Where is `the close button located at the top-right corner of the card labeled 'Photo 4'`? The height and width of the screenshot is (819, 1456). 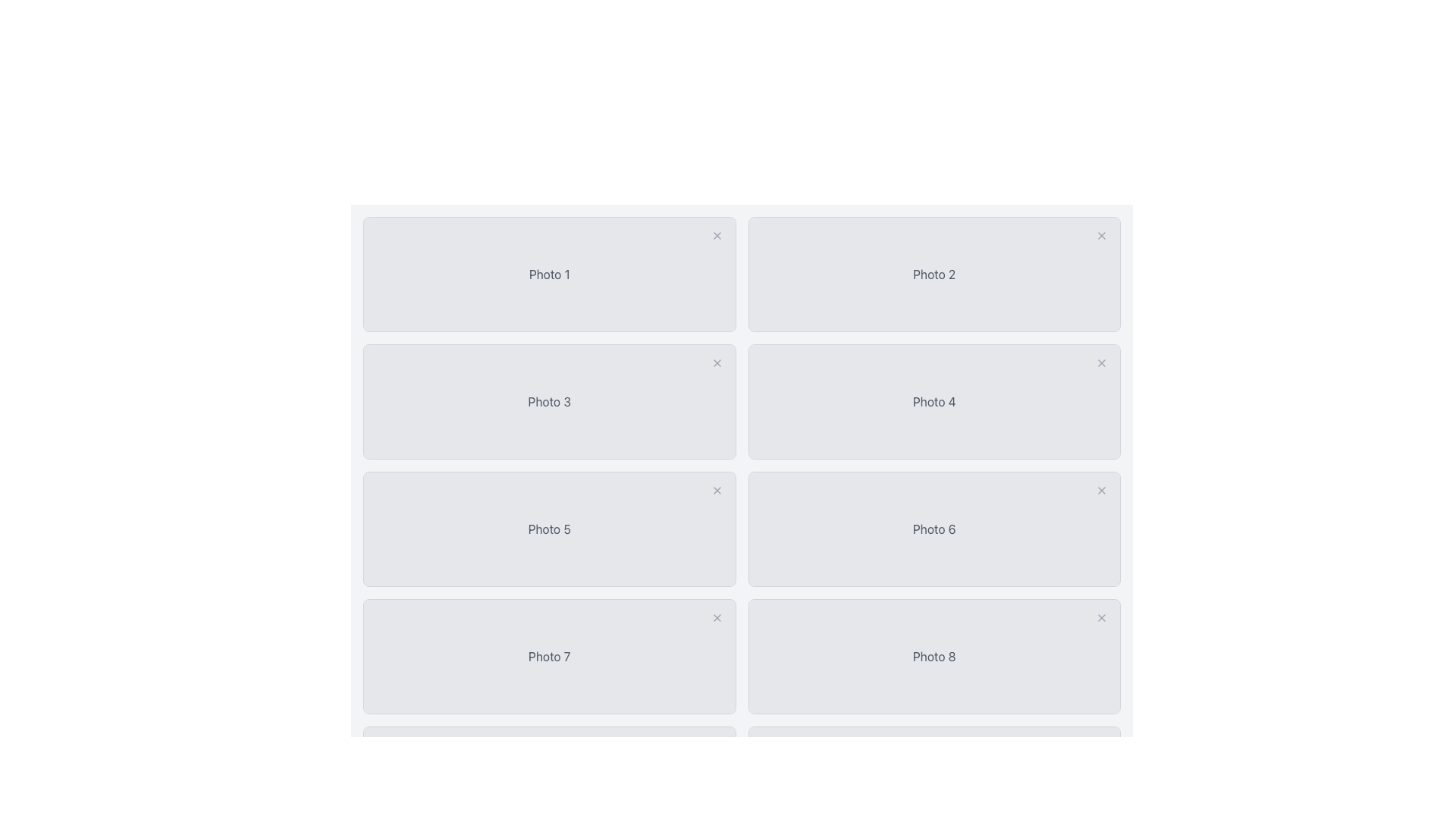
the close button located at the top-right corner of the card labeled 'Photo 4' is located at coordinates (1102, 362).